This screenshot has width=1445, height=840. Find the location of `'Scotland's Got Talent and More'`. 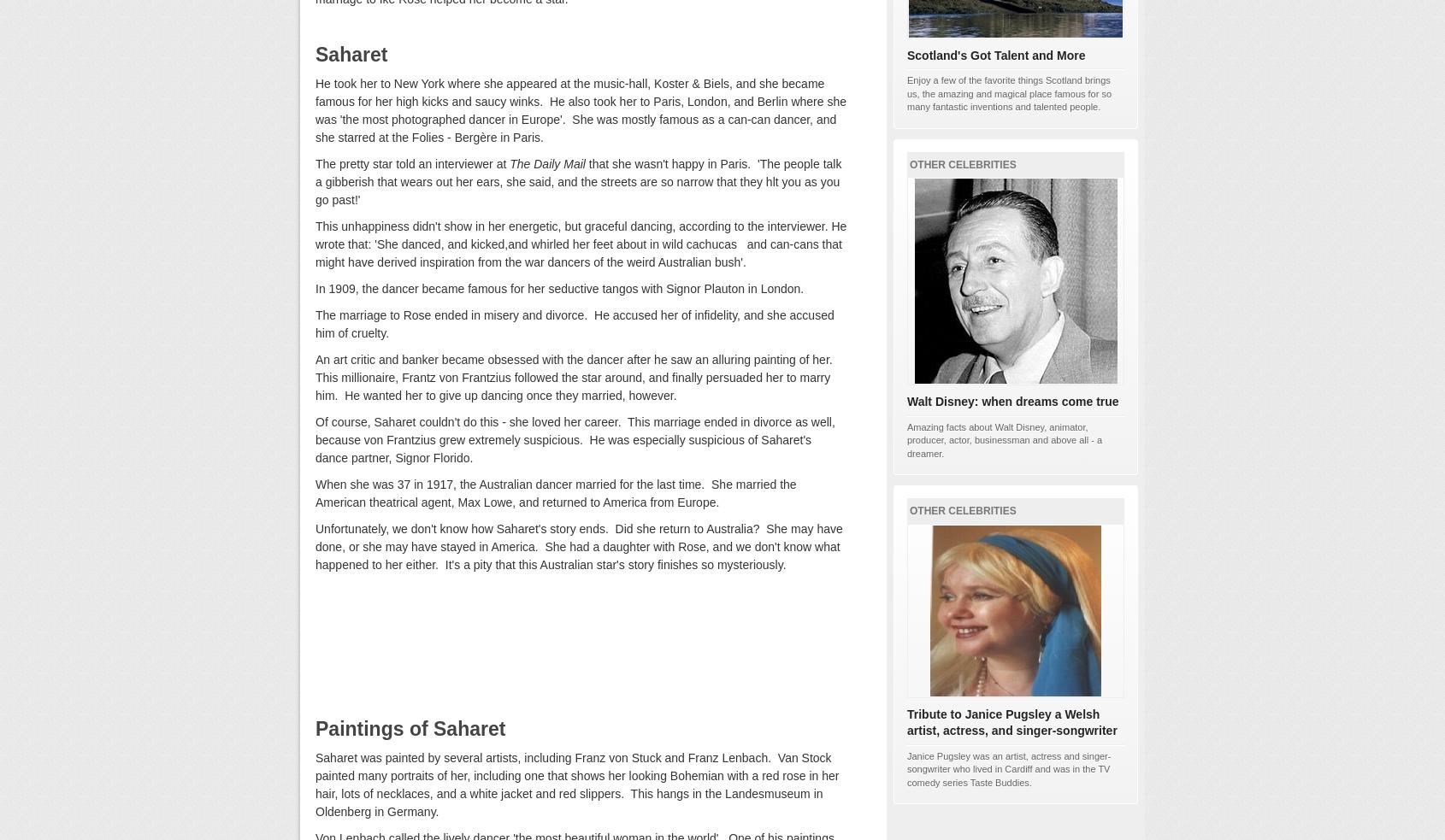

'Scotland's Got Talent and More' is located at coordinates (995, 53).